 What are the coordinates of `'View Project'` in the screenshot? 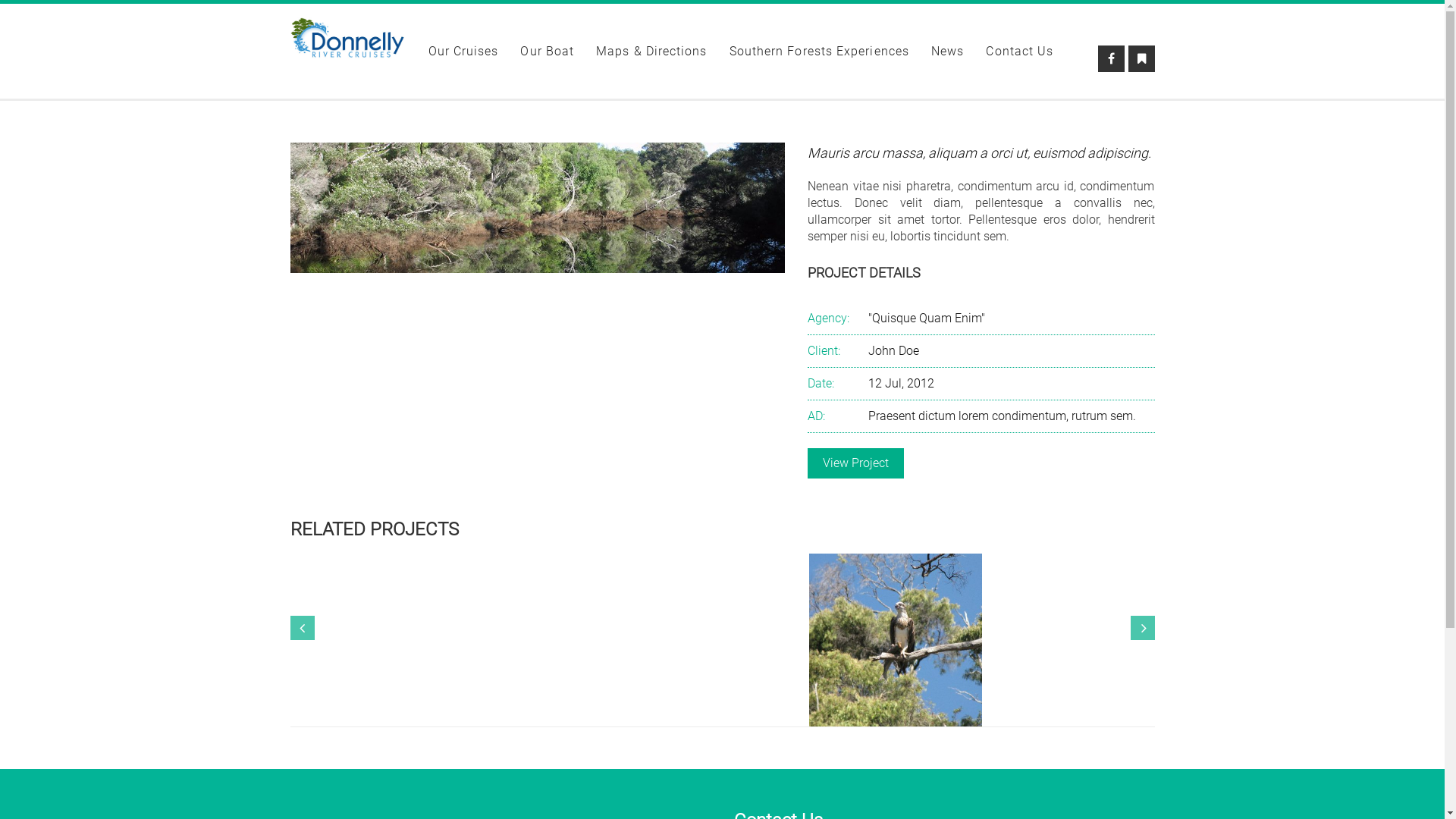 It's located at (855, 462).